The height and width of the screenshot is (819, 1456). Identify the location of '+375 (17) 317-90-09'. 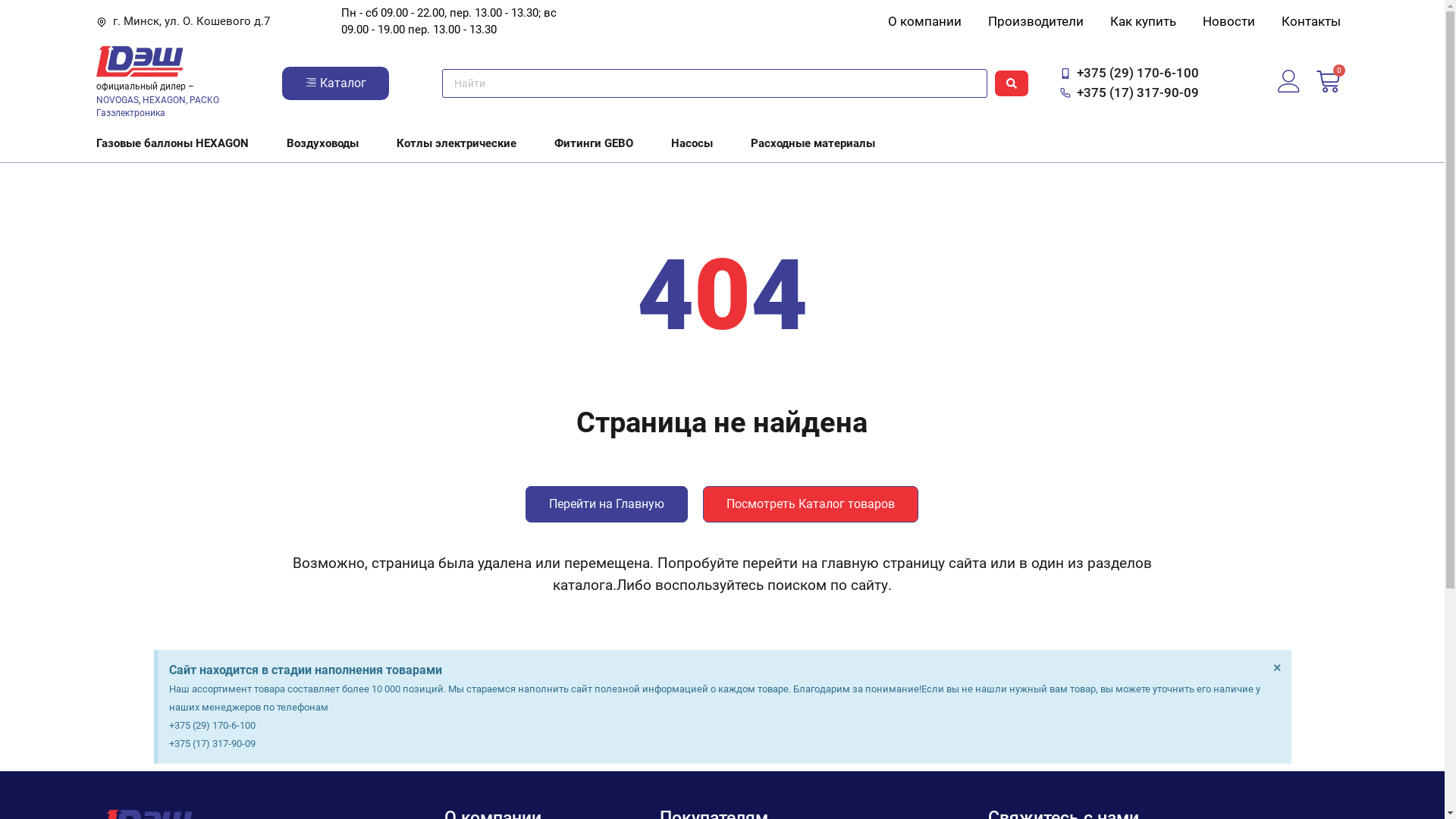
(1059, 93).